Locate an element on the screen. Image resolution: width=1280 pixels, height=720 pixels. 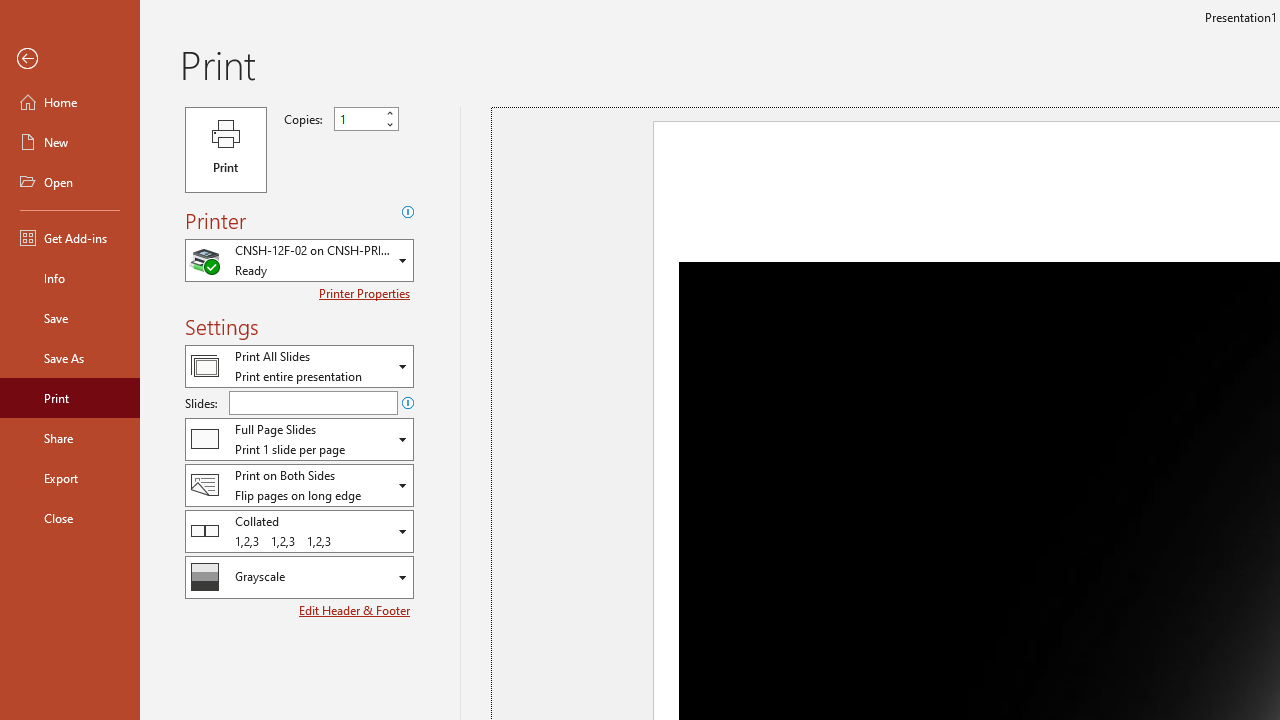
'Collation' is located at coordinates (298, 530).